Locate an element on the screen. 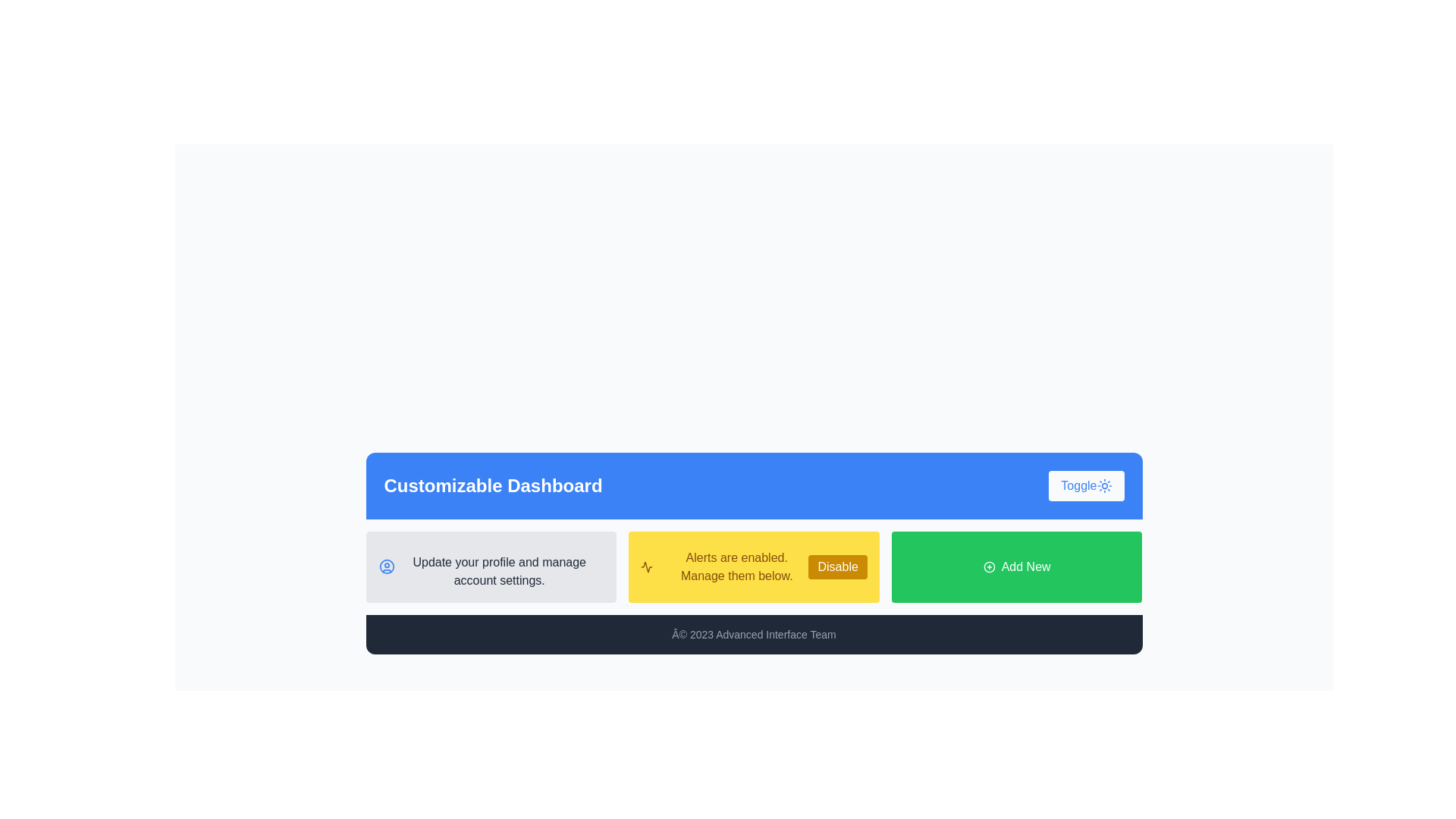 Image resolution: width=1456 pixels, height=819 pixels. the 'sun' icon representing light mode settings located at the center of the 'Toggle' button in the upper-right corner of the blue header area is located at coordinates (1104, 485).